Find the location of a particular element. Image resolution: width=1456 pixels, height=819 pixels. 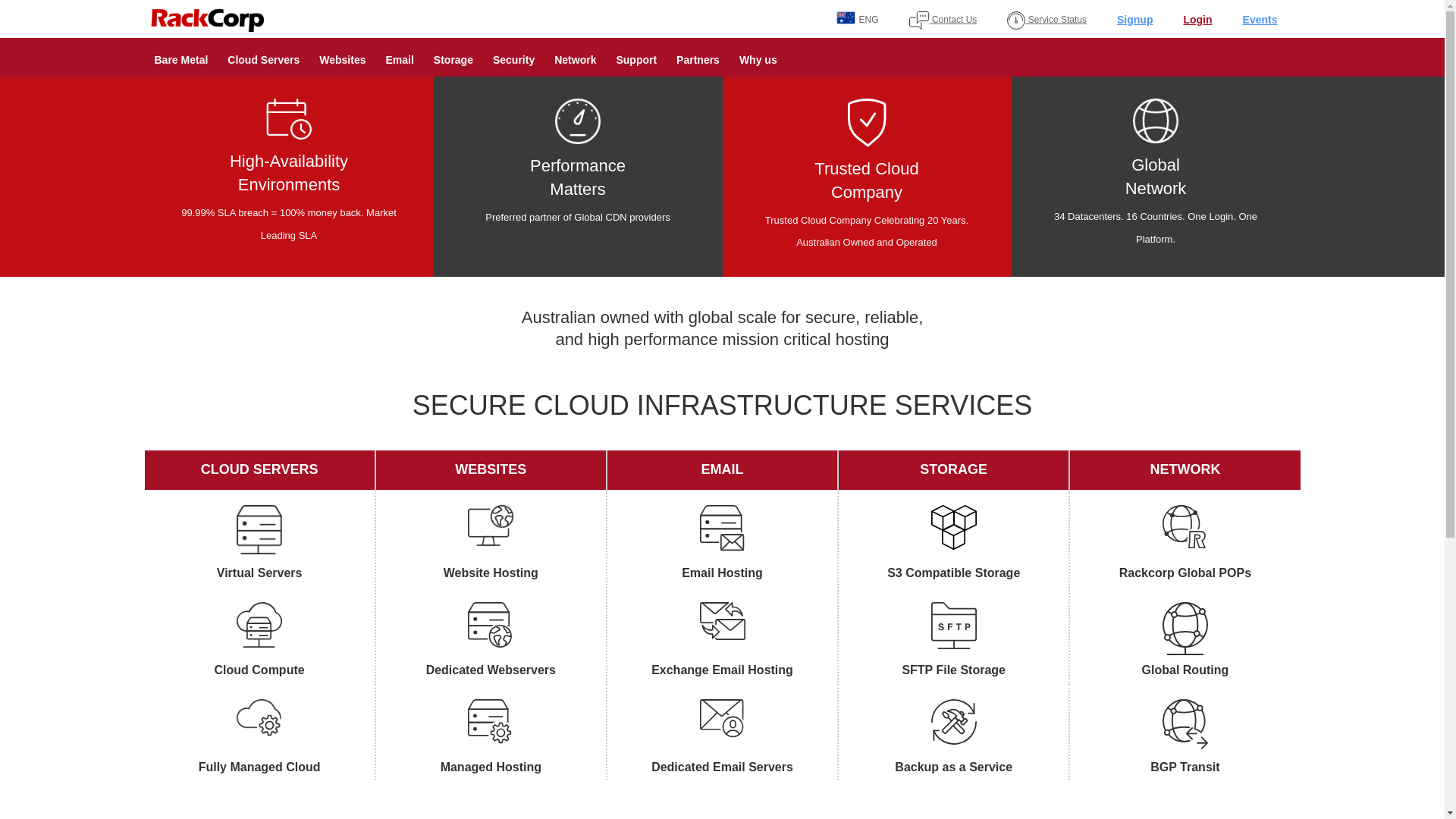

'higher availability' is located at coordinates (265, 118).